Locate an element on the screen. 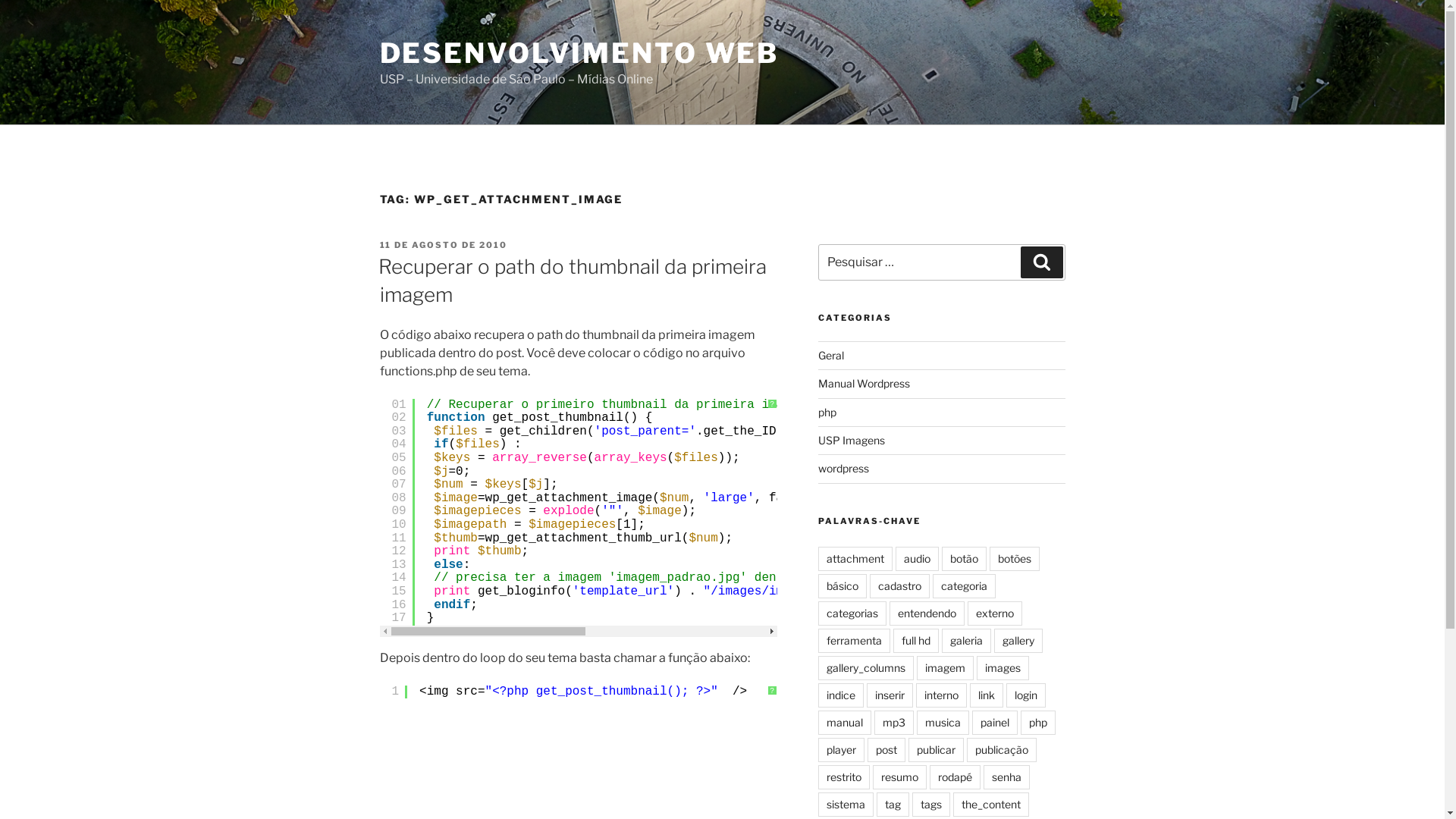 This screenshot has width=1456, height=819. 'audio' is located at coordinates (916, 558).